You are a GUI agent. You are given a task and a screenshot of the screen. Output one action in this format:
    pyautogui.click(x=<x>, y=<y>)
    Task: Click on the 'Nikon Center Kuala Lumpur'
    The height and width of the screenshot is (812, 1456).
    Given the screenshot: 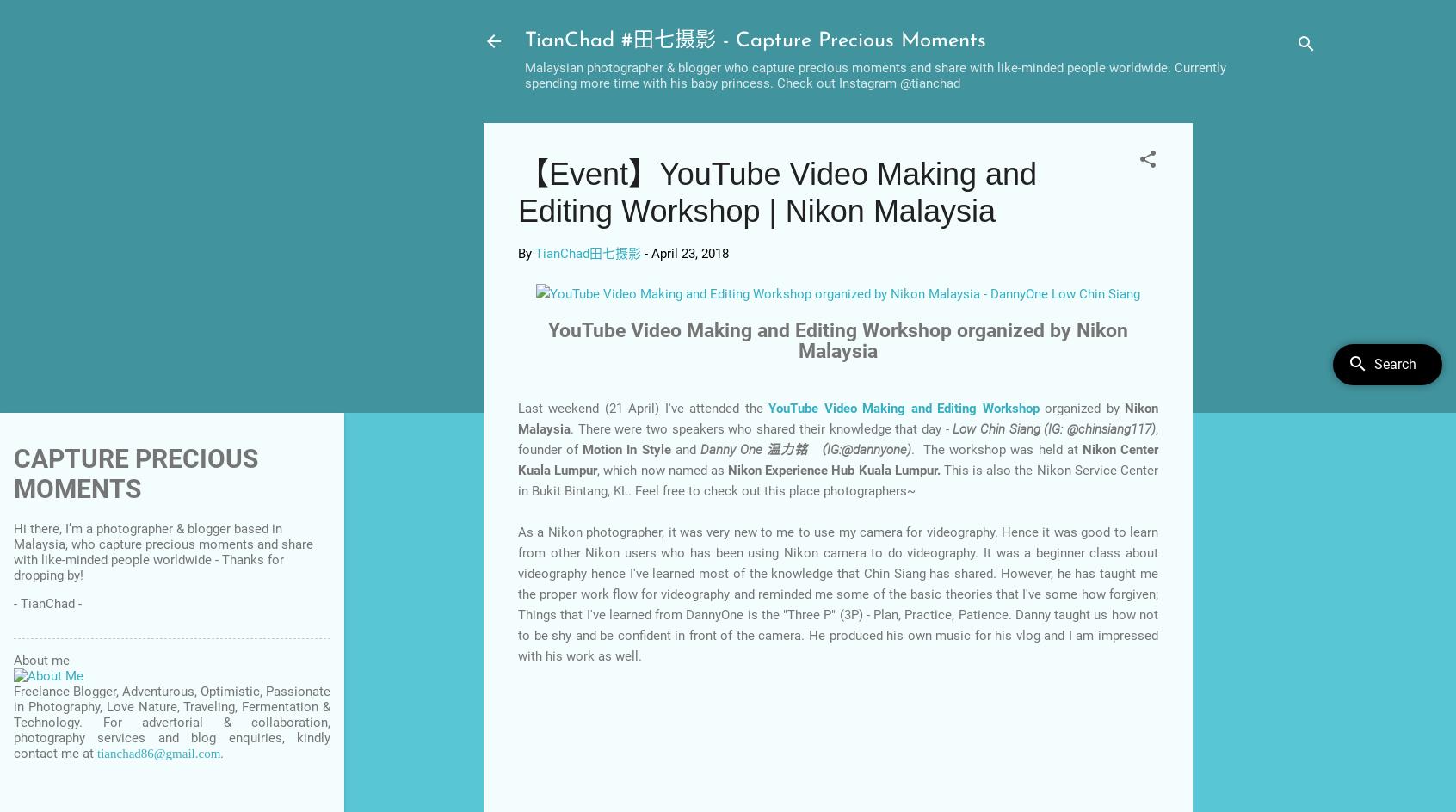 What is the action you would take?
    pyautogui.click(x=838, y=458)
    